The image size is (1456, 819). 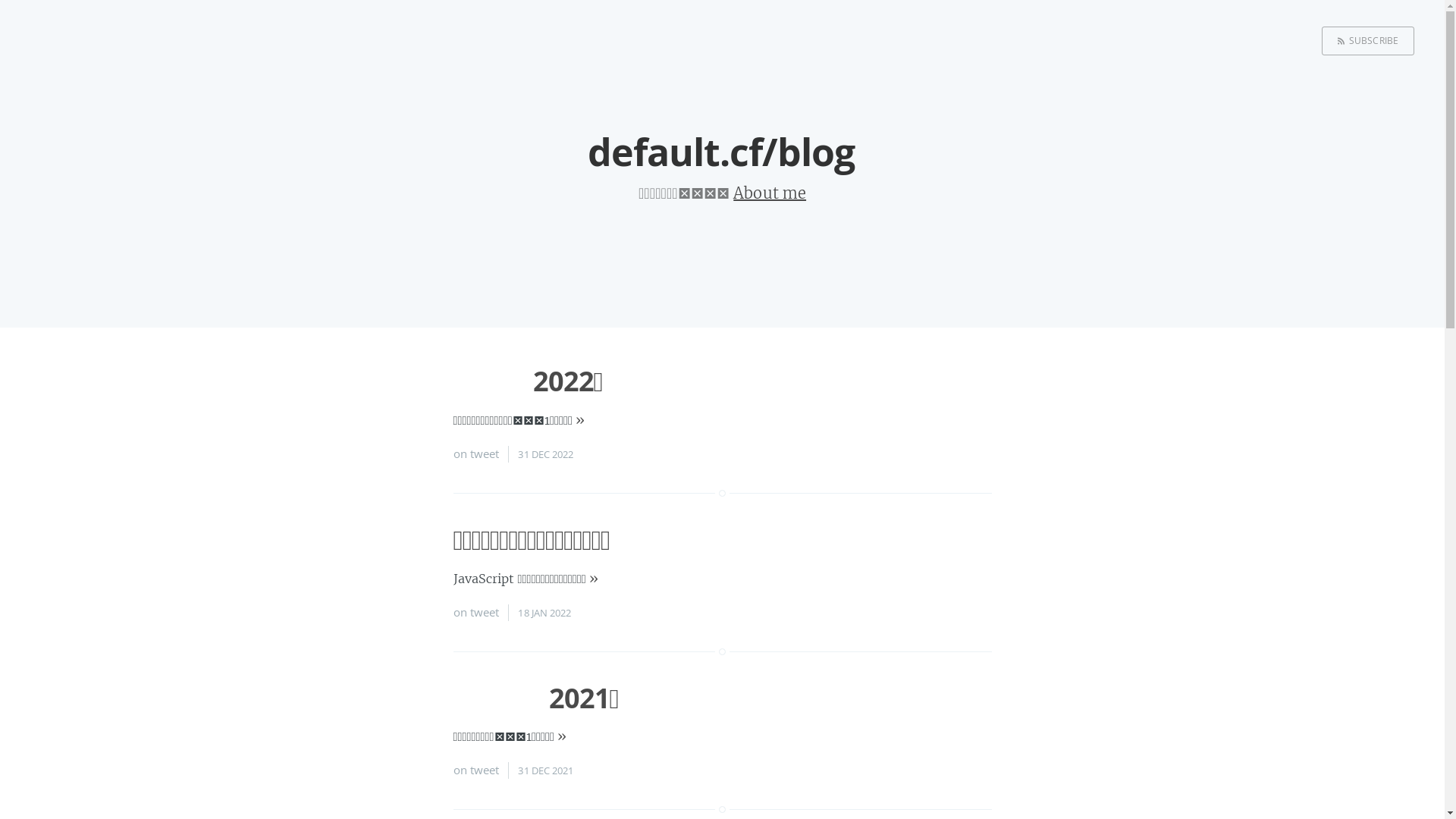 What do you see at coordinates (769, 192) in the screenshot?
I see `'About me'` at bounding box center [769, 192].